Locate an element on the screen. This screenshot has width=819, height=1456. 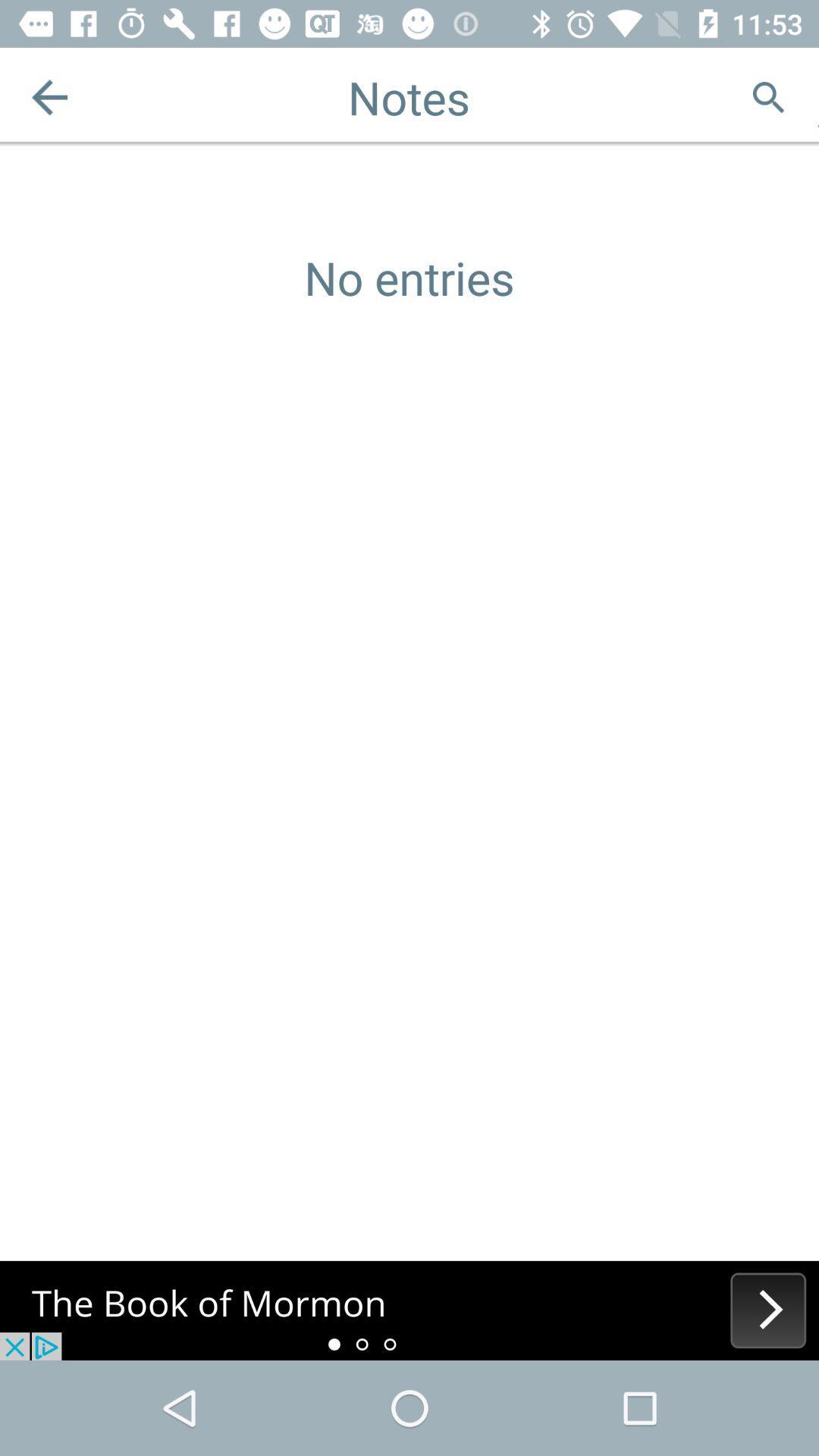
the search icon is located at coordinates (768, 96).